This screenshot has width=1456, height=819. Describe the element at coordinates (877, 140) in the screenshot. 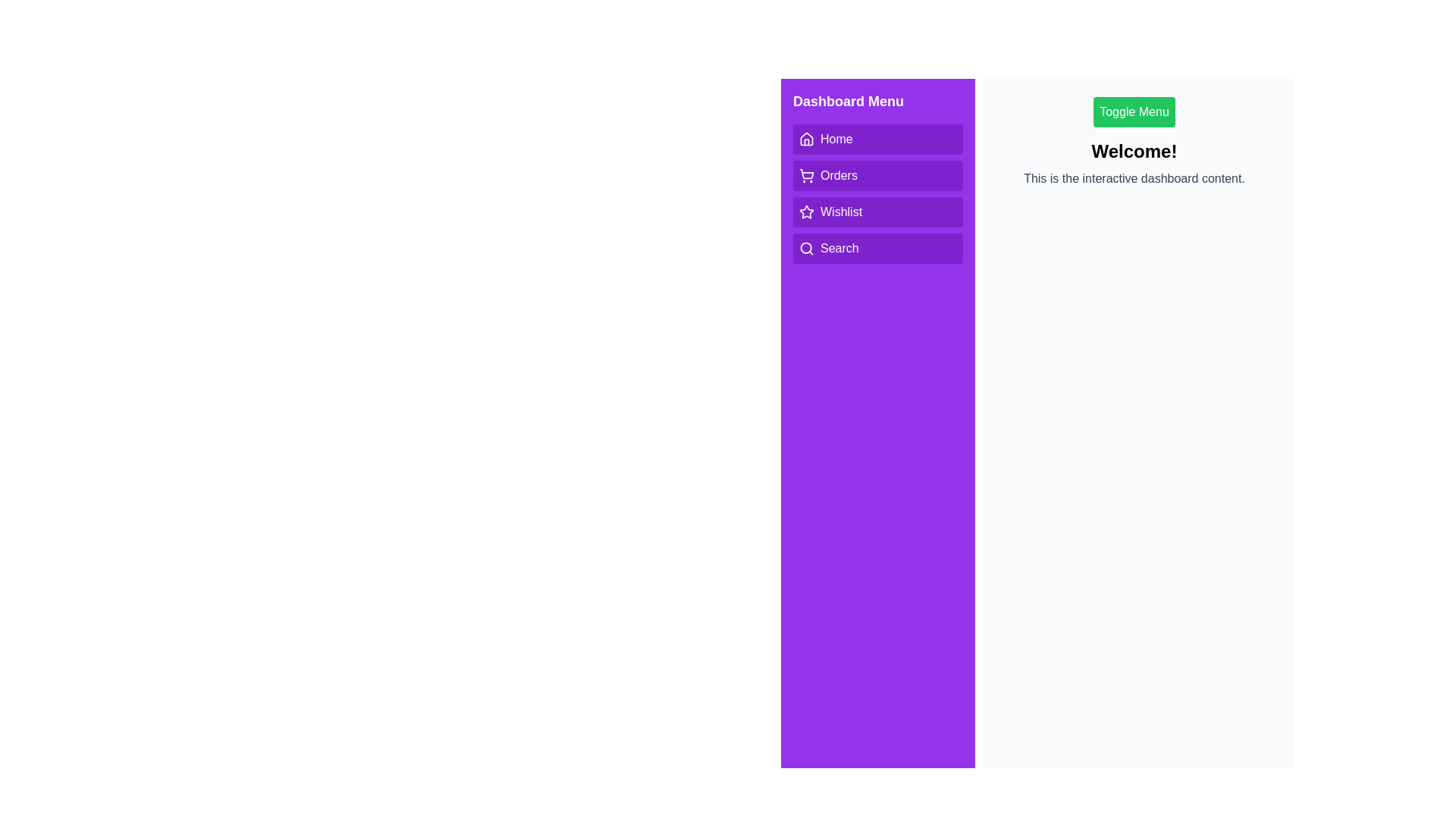

I see `the menu option Home` at that location.